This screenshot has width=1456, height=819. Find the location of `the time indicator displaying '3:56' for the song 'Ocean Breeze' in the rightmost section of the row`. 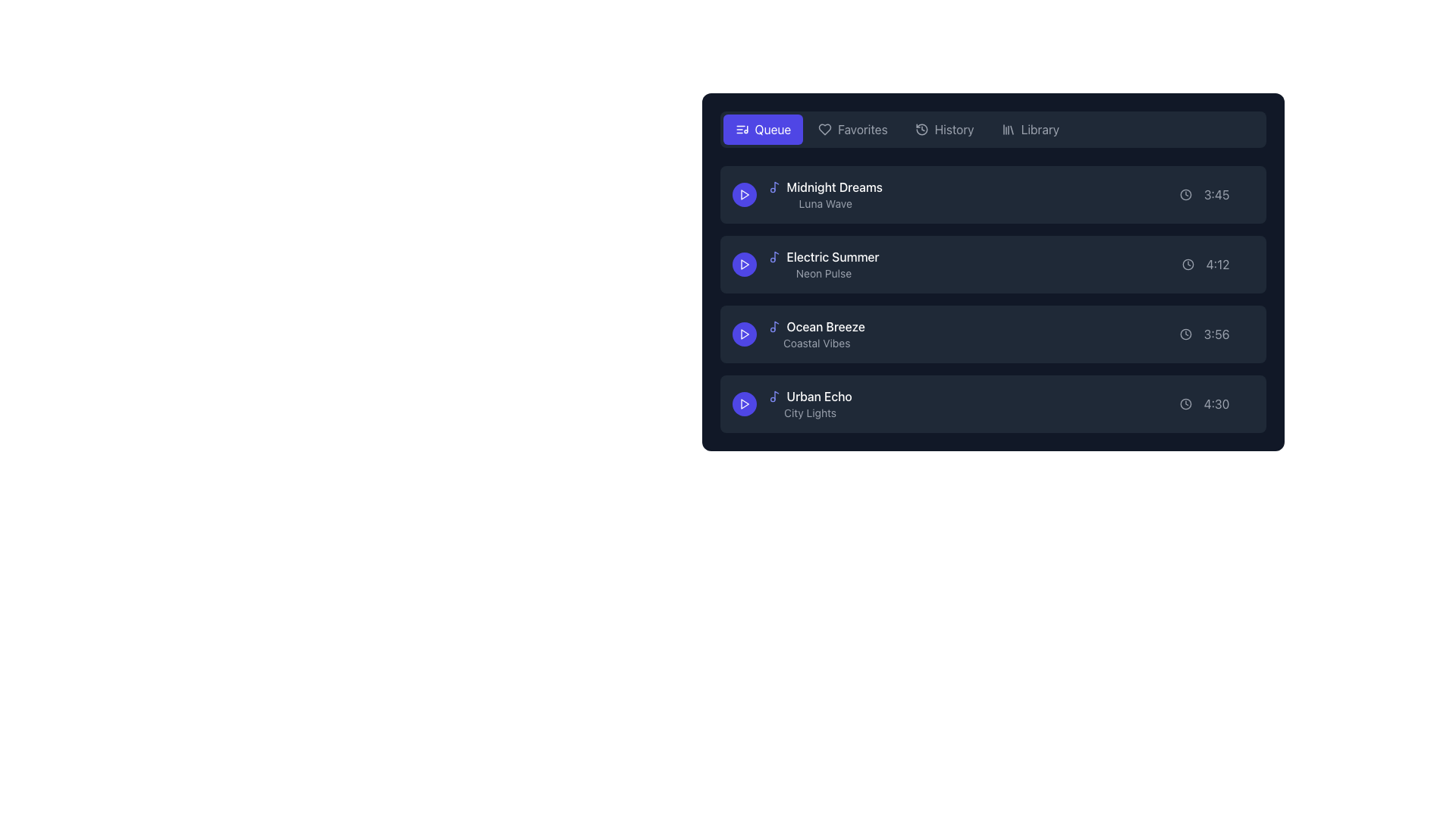

the time indicator displaying '3:56' for the song 'Ocean Breeze' in the rightmost section of the row is located at coordinates (1216, 333).